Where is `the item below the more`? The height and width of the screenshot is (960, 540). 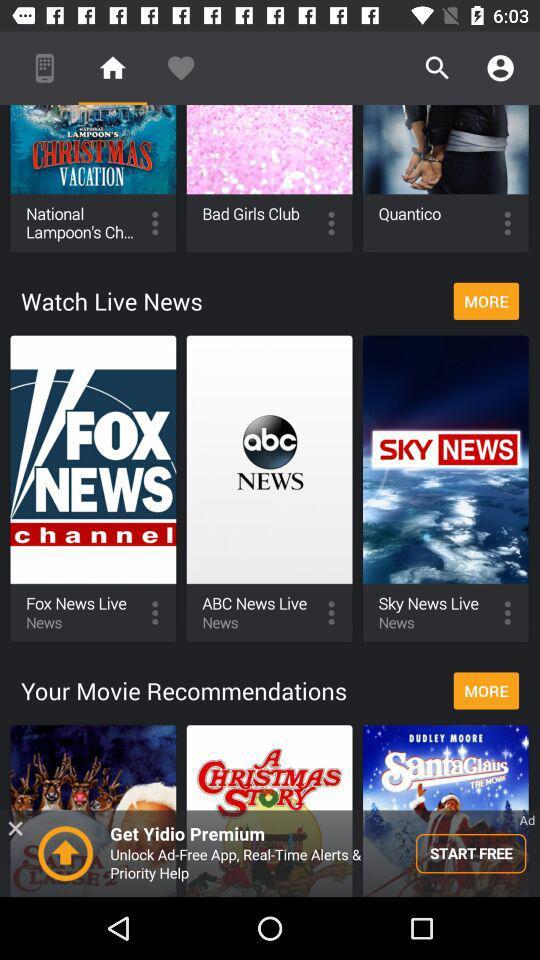
the item below the more is located at coordinates (270, 852).